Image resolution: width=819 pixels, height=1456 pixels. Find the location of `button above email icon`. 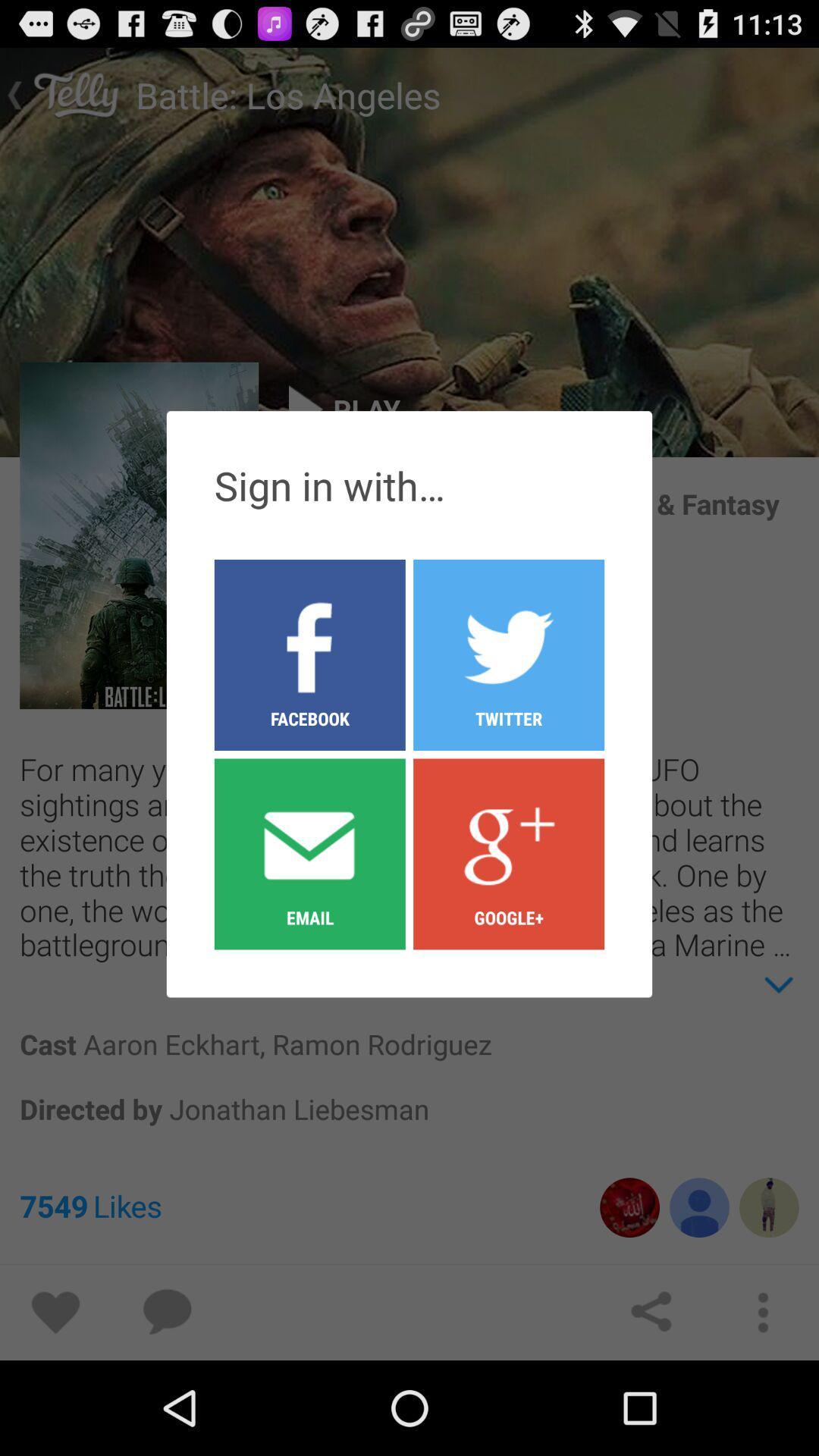

button above email icon is located at coordinates (509, 654).